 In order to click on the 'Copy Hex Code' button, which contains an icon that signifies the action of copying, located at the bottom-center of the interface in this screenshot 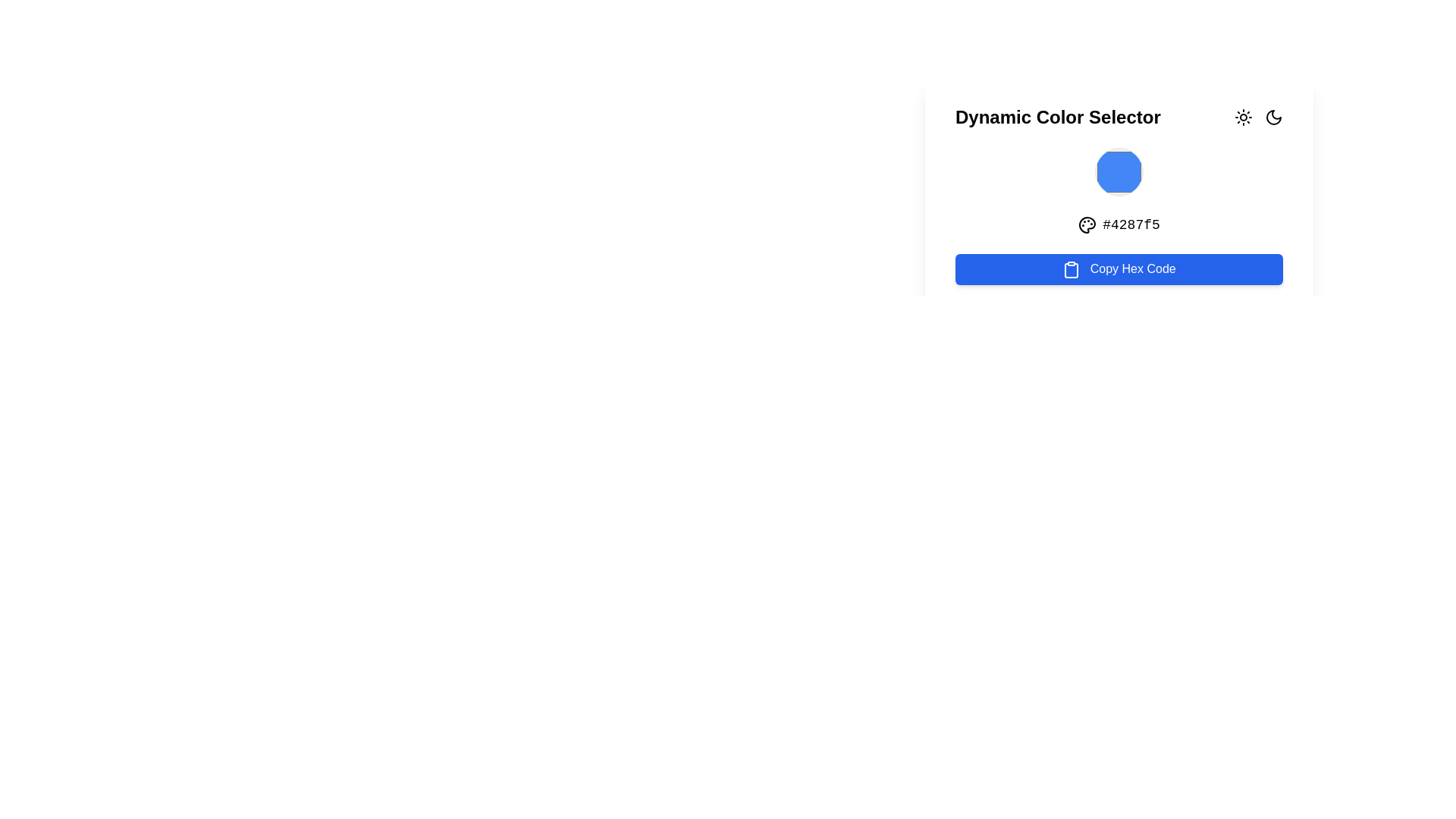, I will do `click(1071, 268)`.